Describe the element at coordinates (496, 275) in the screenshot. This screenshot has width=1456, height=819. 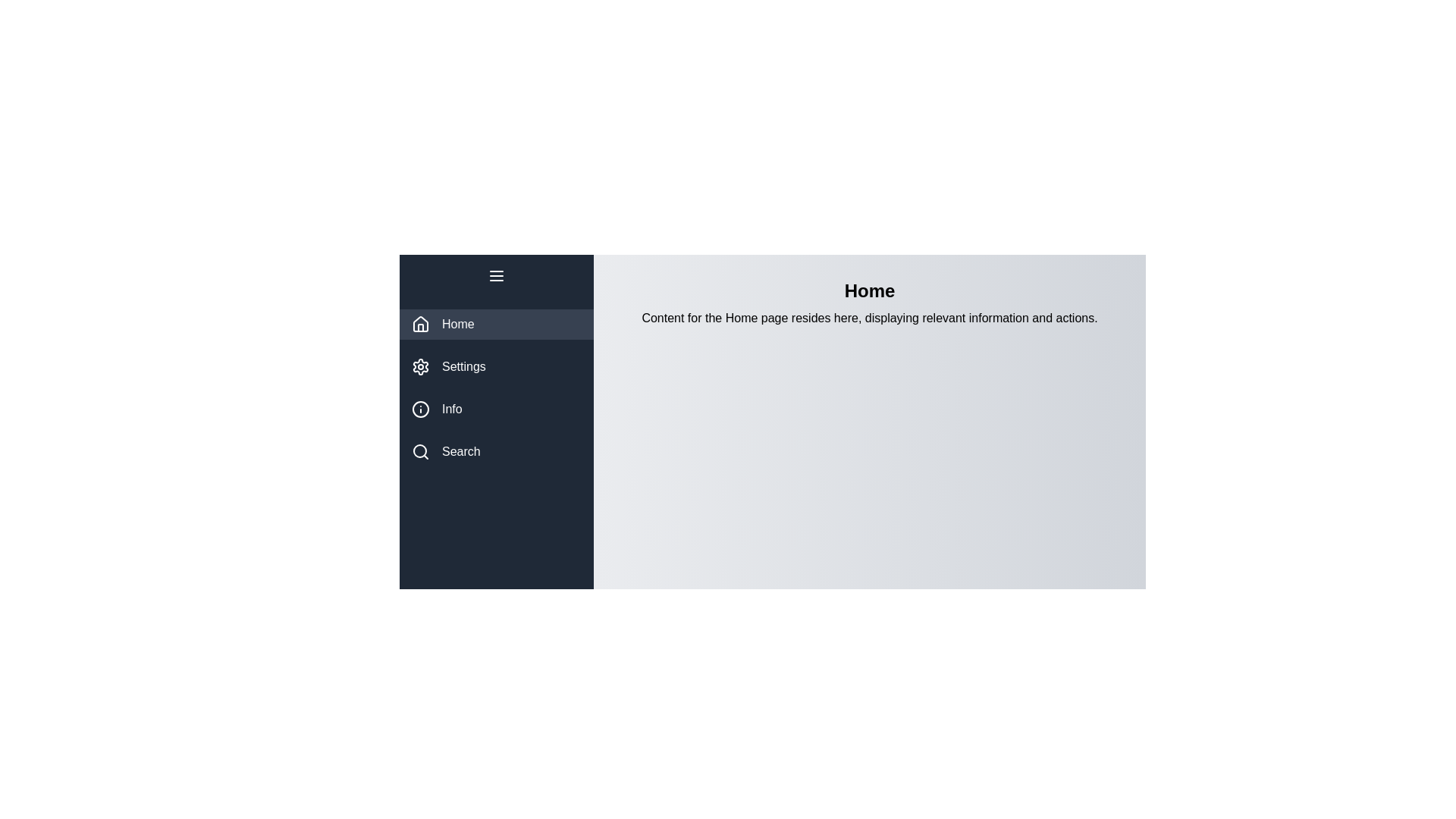
I see `the menu button to toggle the menu open or closed` at that location.